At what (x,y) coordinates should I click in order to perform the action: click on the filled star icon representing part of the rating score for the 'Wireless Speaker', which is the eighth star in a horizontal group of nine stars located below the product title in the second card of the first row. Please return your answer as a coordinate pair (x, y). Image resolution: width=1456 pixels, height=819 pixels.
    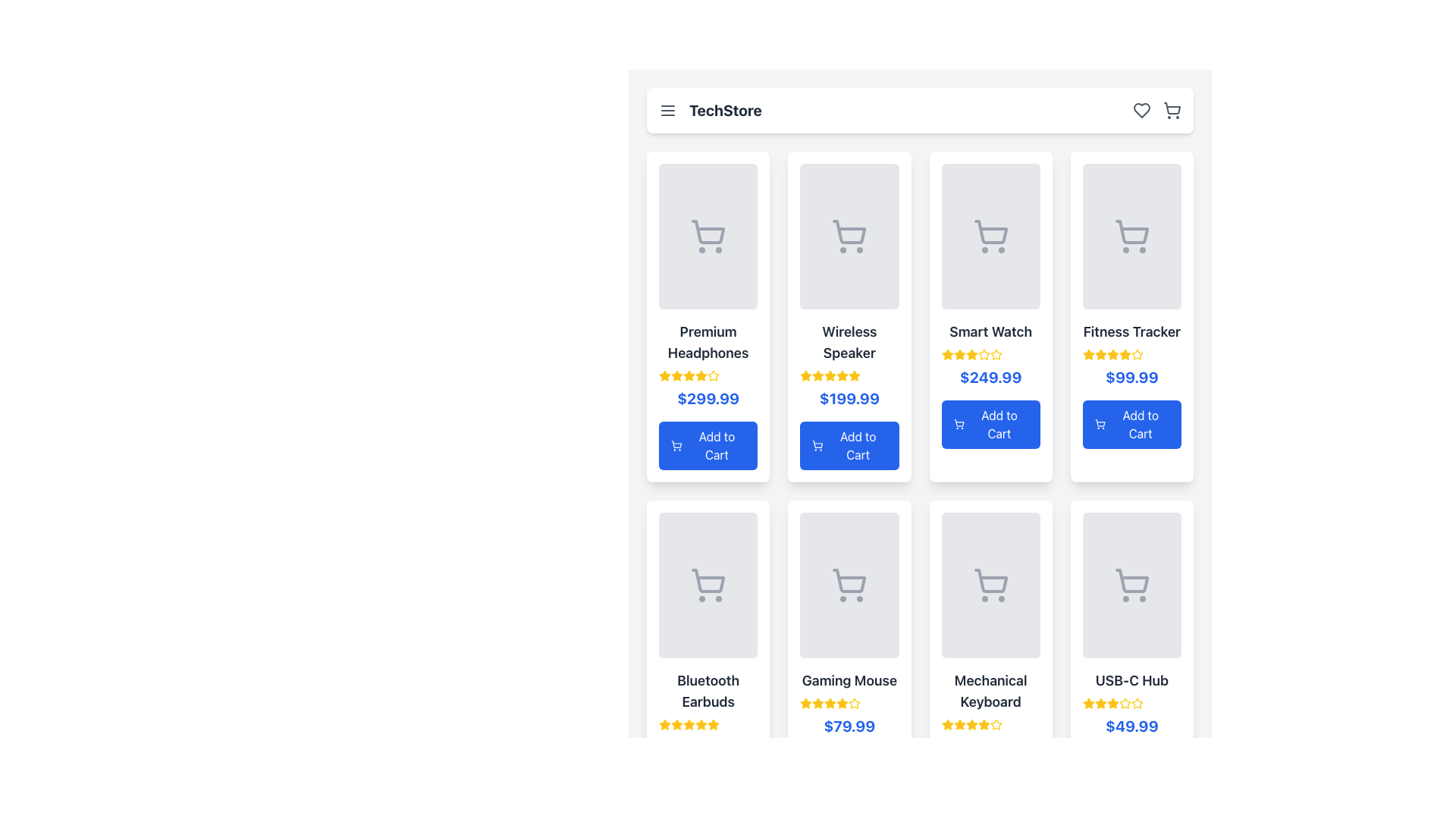
    Looking at the image, I should click on (855, 375).